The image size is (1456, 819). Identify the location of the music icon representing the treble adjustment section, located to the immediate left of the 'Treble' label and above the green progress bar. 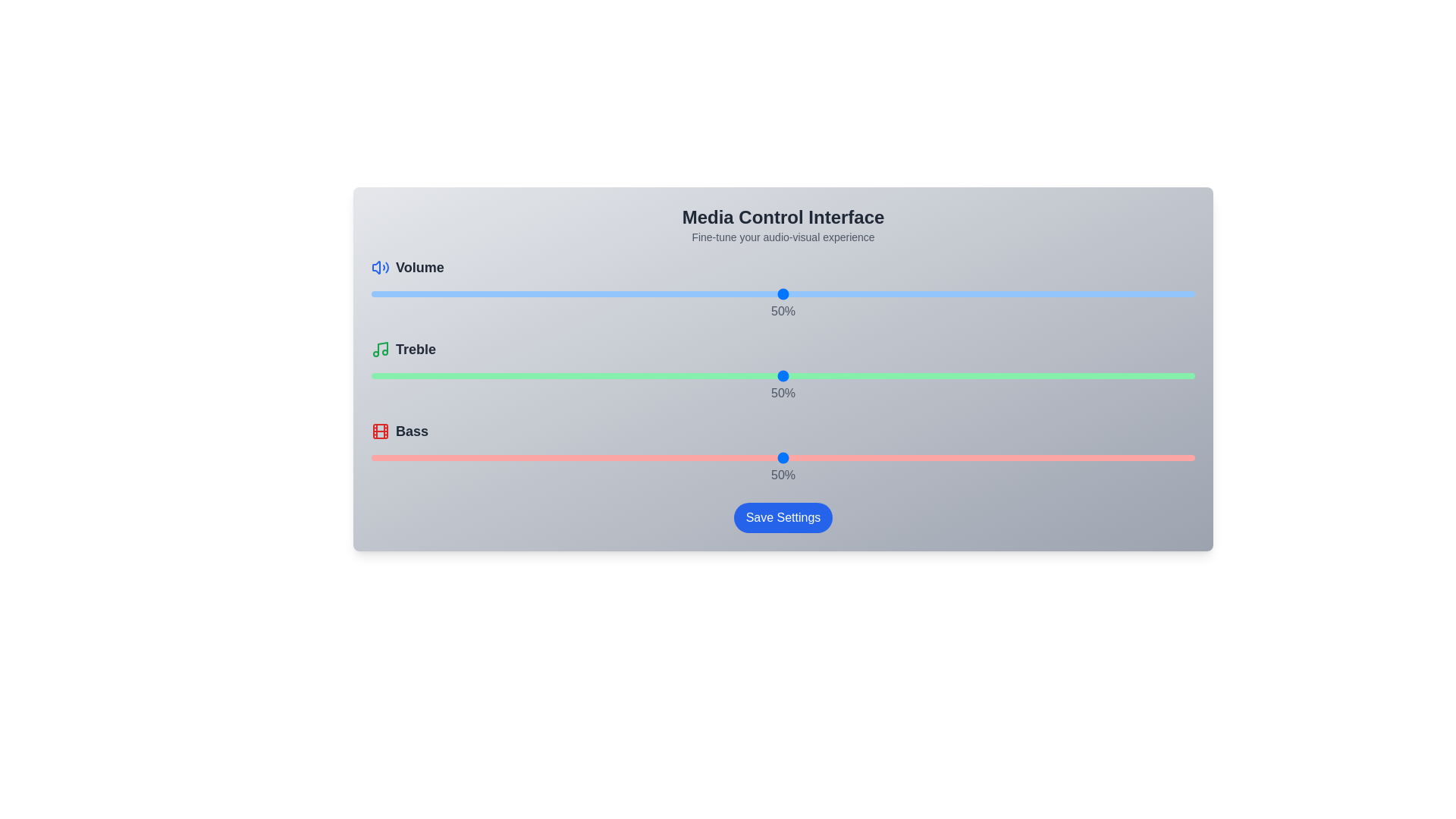
(381, 350).